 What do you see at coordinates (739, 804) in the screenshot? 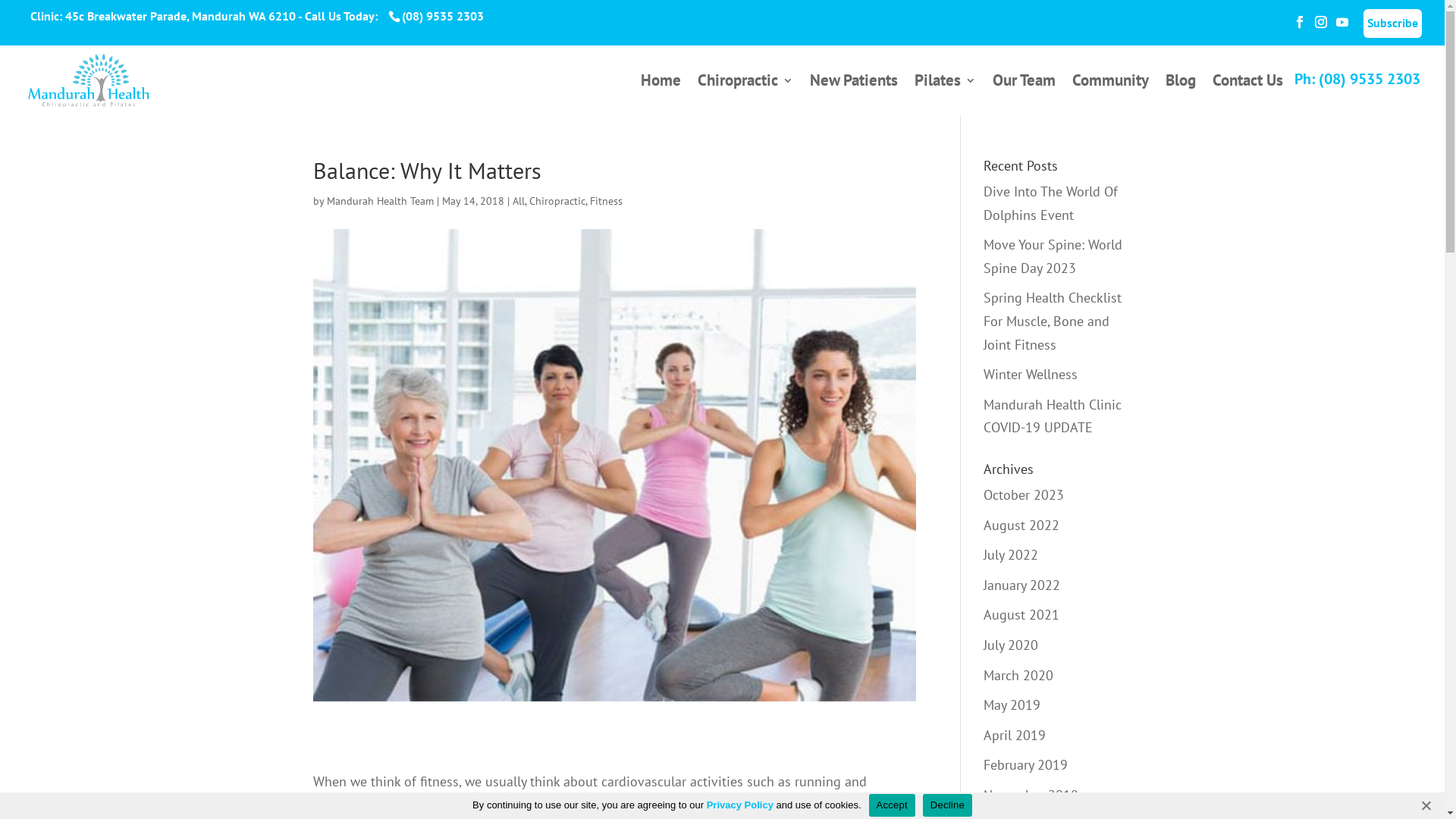
I see `'Privacy Policy'` at bounding box center [739, 804].